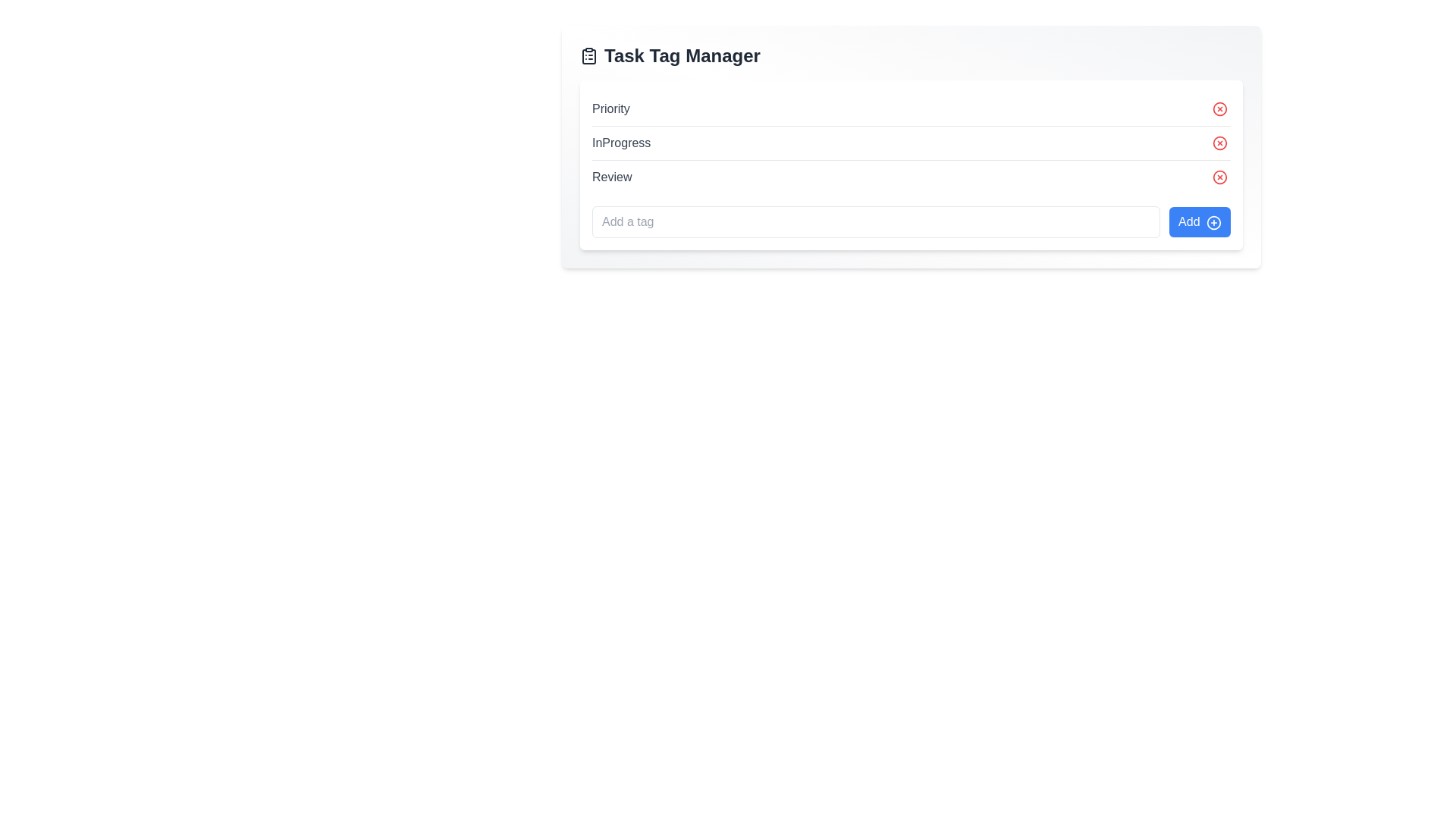 The height and width of the screenshot is (819, 1456). What do you see at coordinates (621, 143) in the screenshot?
I see `the status indicator text label located between the 'Priority' and 'Review' labels in the vertical list` at bounding box center [621, 143].